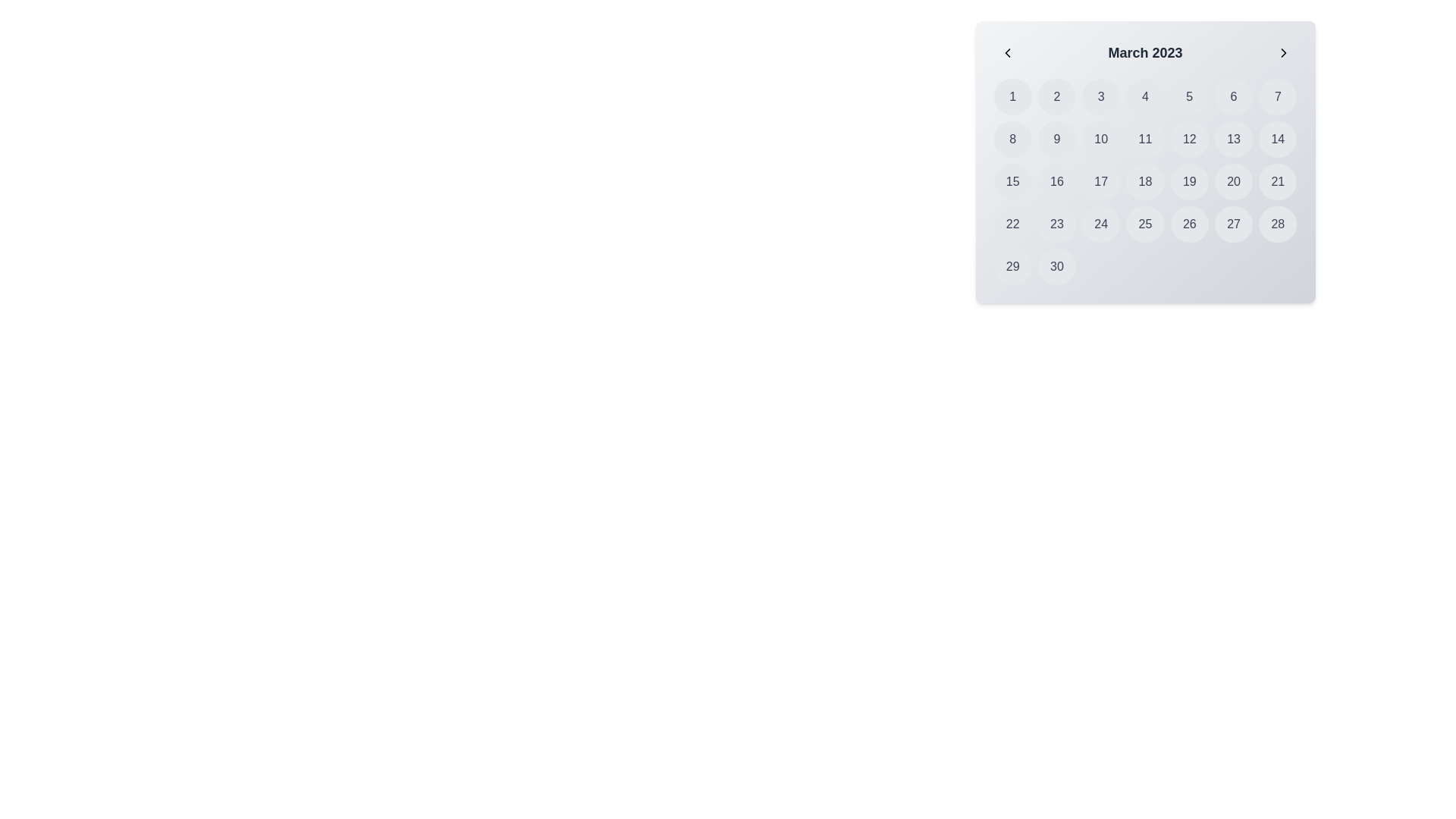 Image resolution: width=1456 pixels, height=819 pixels. What do you see at coordinates (1282, 52) in the screenshot?
I see `the small circular button with a chevron-right icon in the top-right corner of the date selection panel` at bounding box center [1282, 52].